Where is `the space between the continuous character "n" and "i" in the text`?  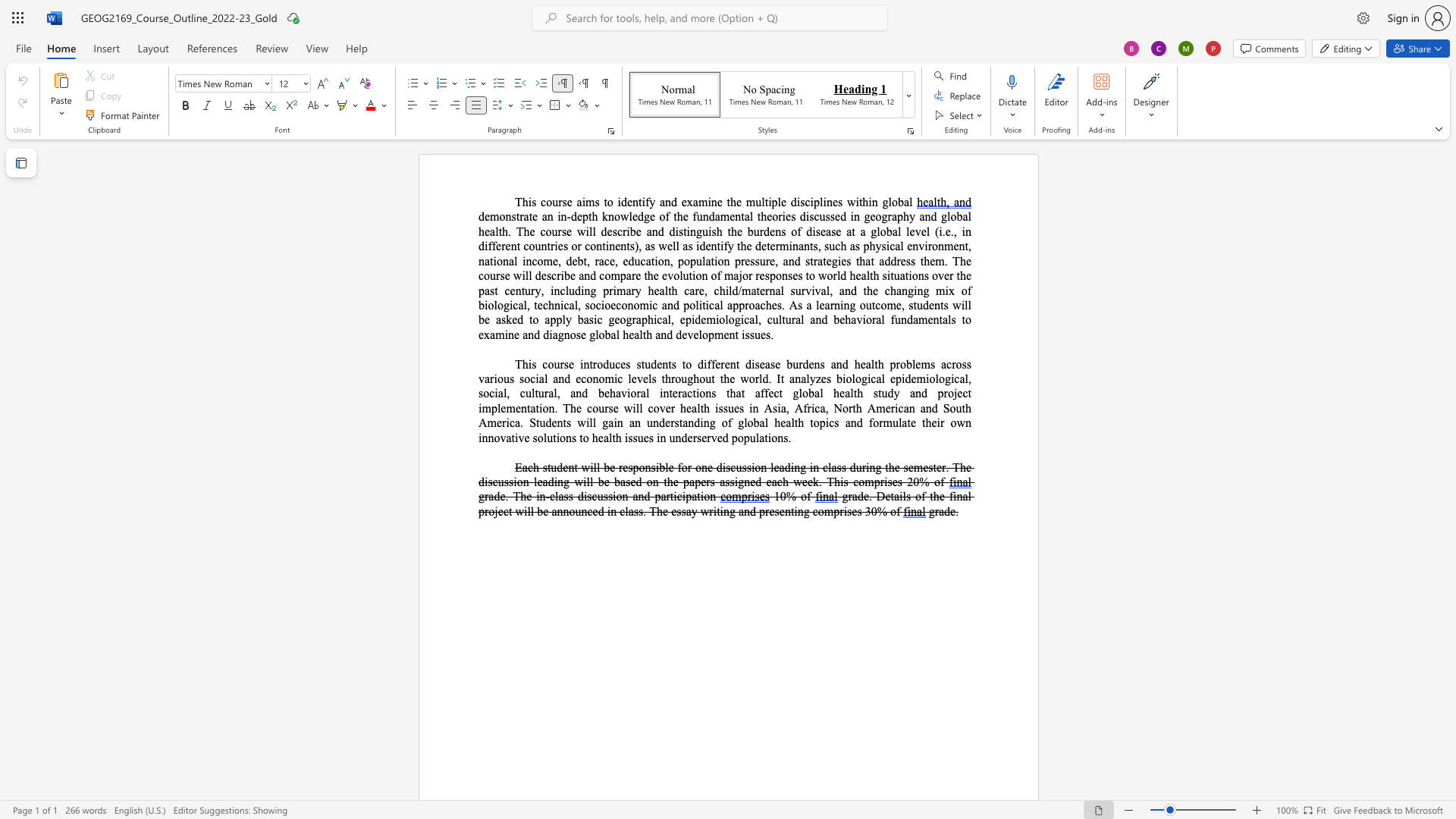 the space between the continuous character "n" and "i" in the text is located at coordinates (839, 305).